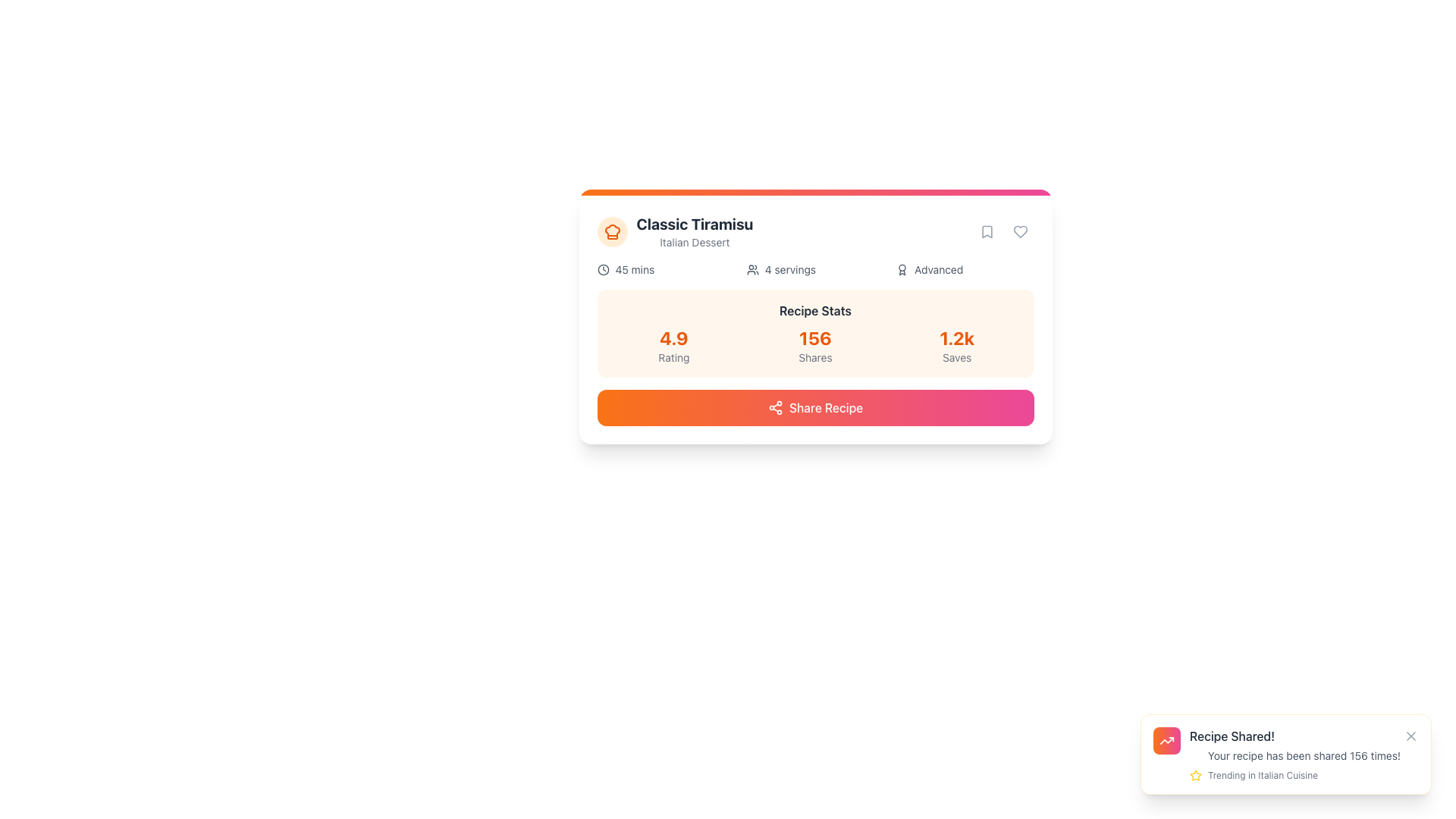 This screenshot has width=1456, height=819. Describe the element at coordinates (775, 406) in the screenshot. I see `the share recipe icon` at that location.